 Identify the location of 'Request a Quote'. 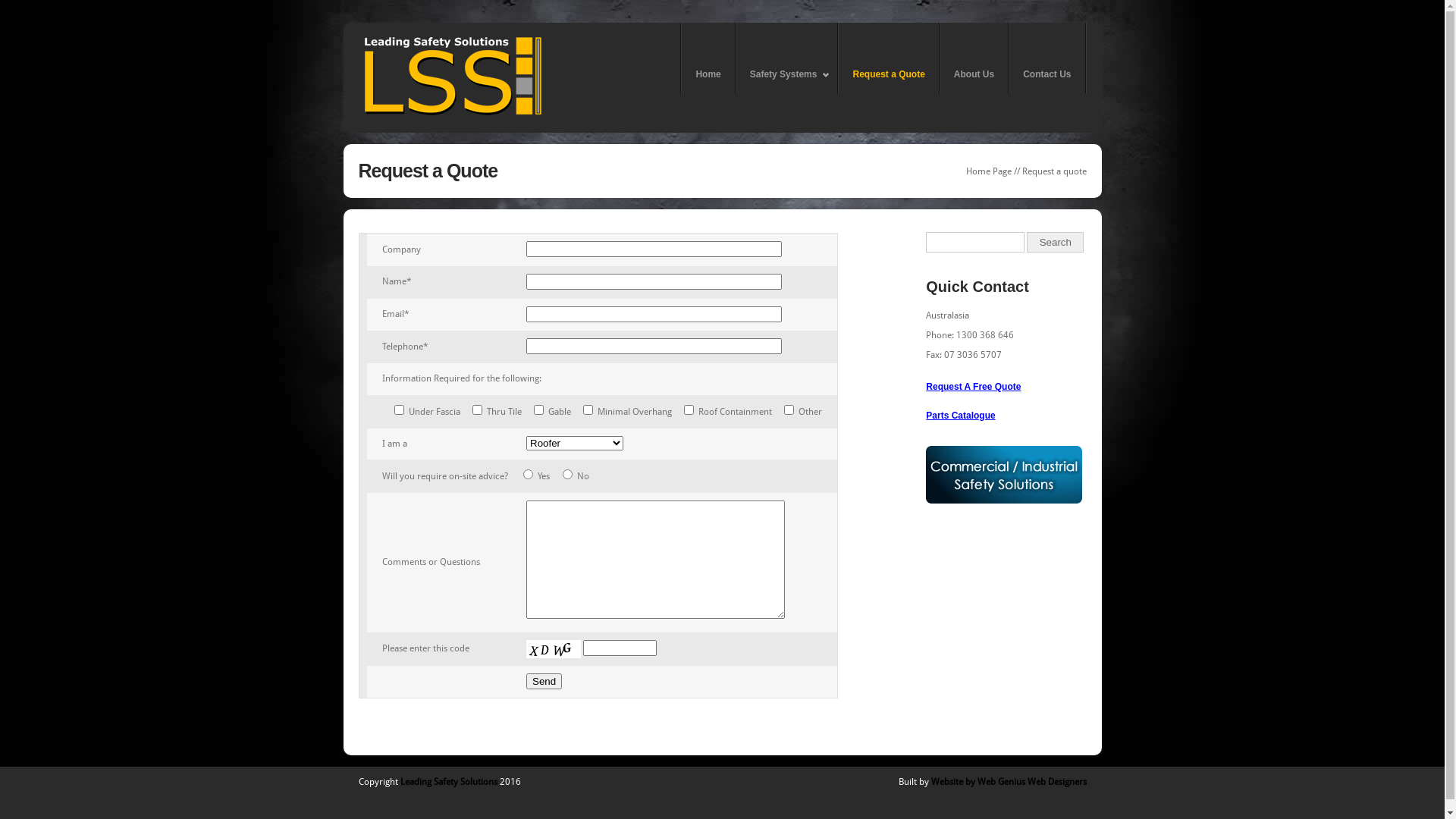
(888, 57).